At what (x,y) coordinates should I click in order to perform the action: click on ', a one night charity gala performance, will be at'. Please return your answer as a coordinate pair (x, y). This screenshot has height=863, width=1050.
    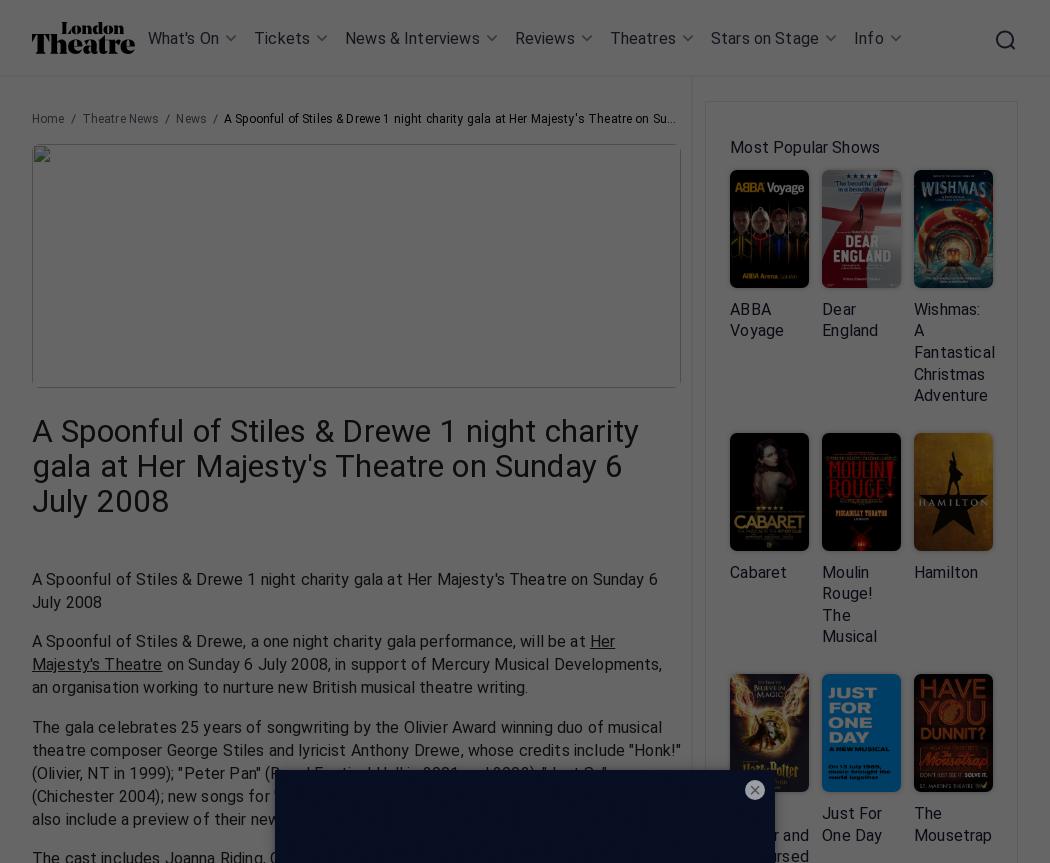
    Looking at the image, I should click on (242, 639).